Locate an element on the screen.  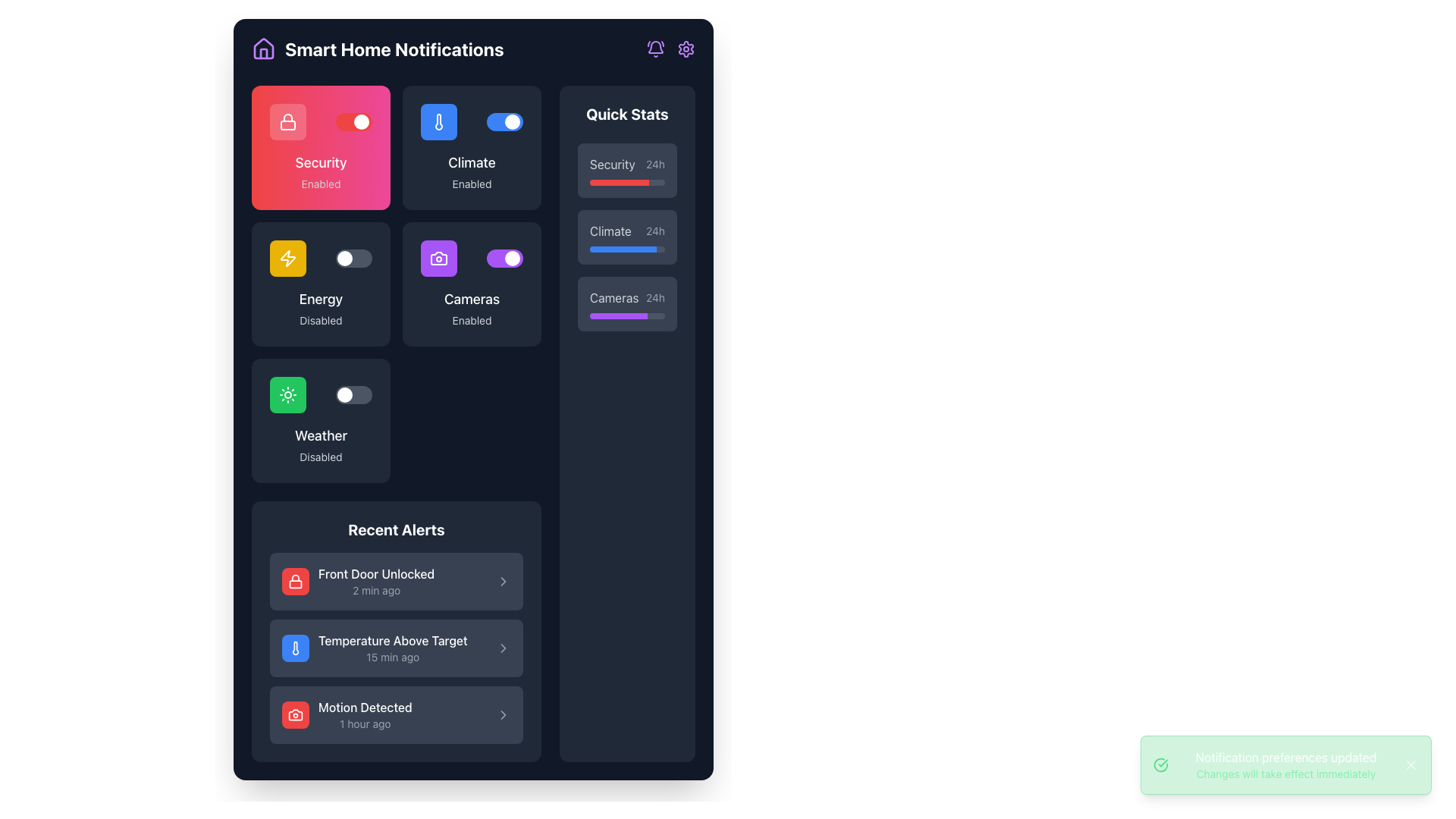
the thermometer icon in the Climate section of the smart home application, which is located to the left of the toggle switch and above the label 'Enabled' is located at coordinates (438, 121).